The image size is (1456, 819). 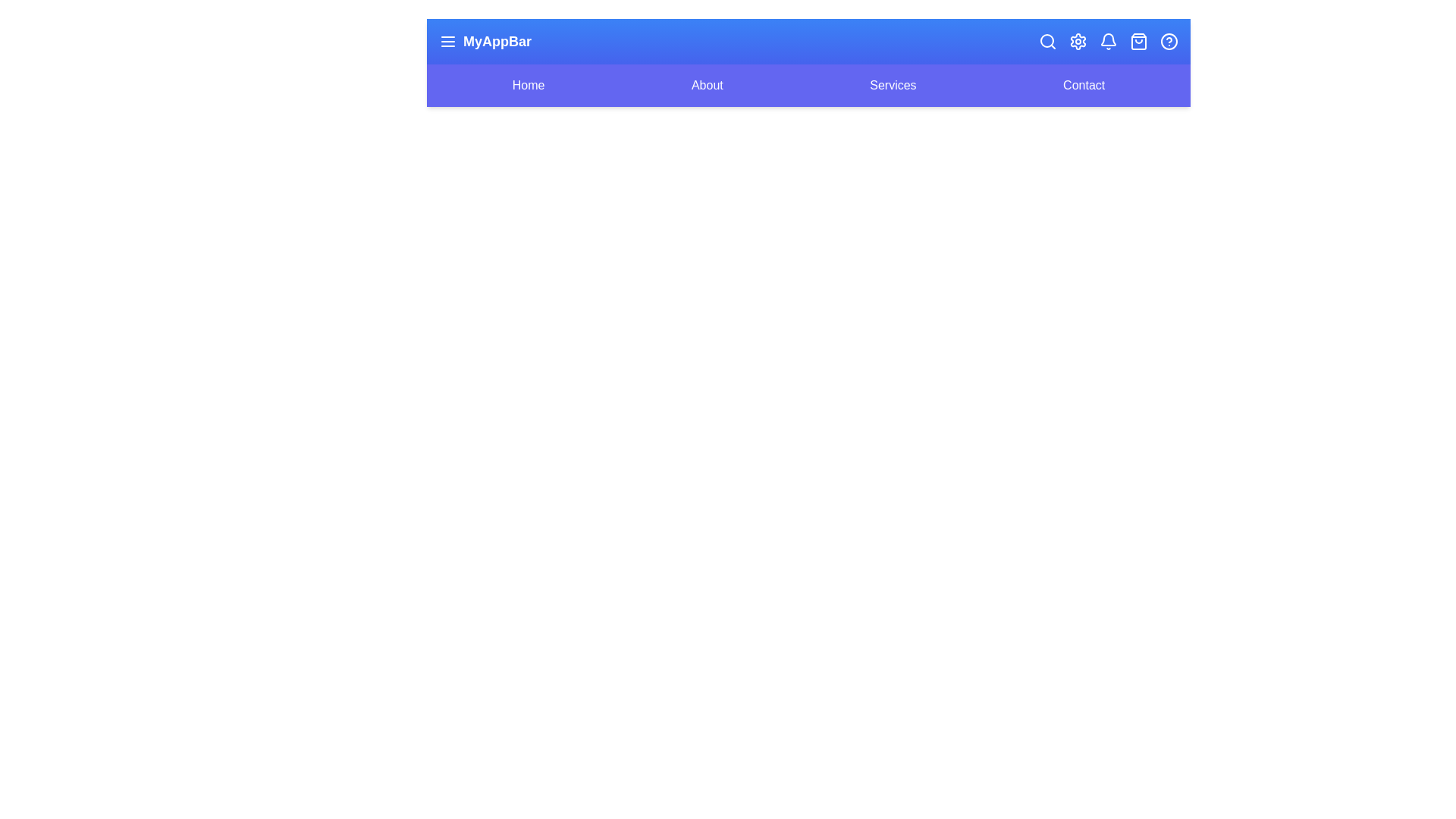 What do you see at coordinates (528, 85) in the screenshot?
I see `the navigation link labeled 'Home'` at bounding box center [528, 85].